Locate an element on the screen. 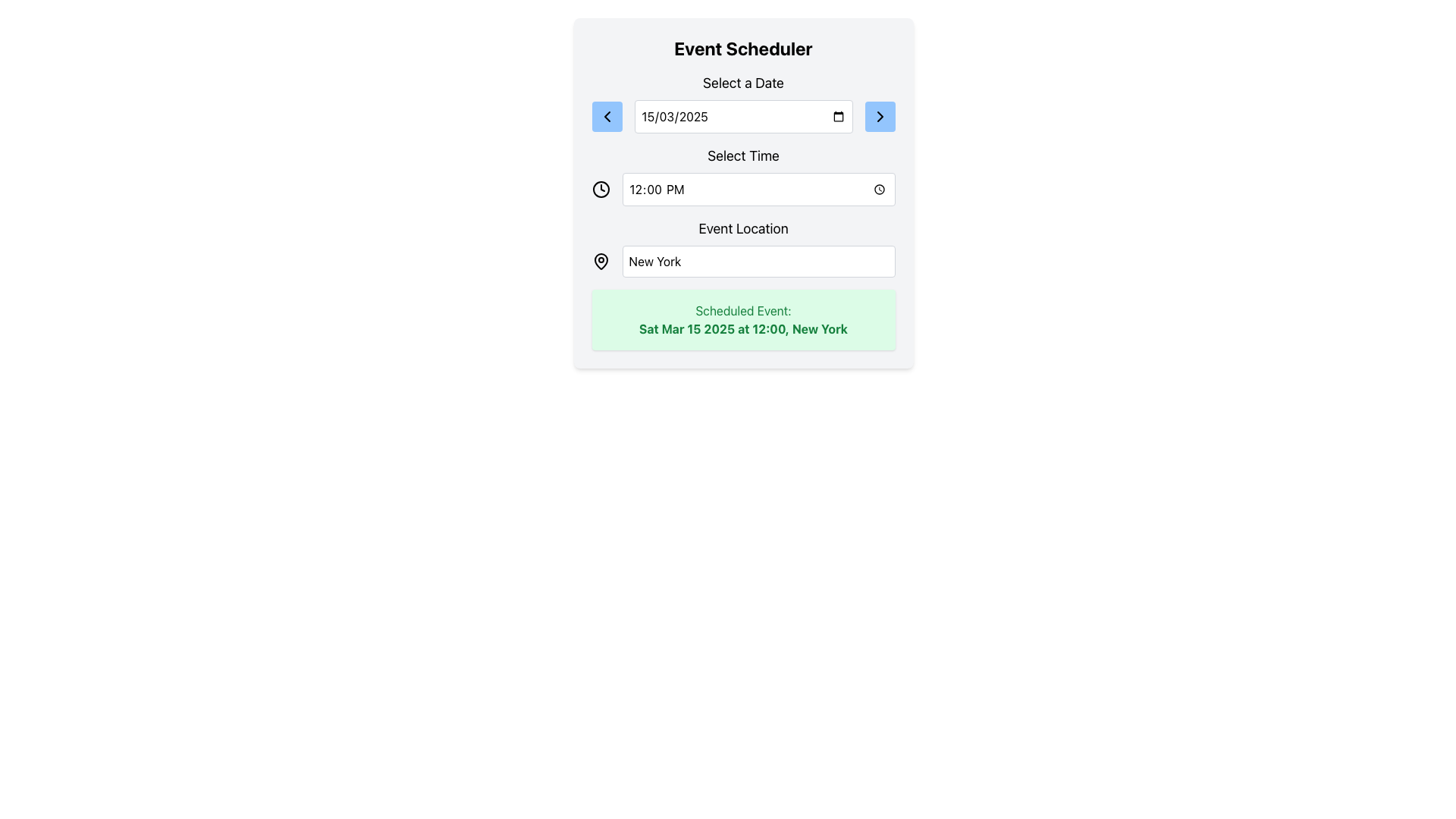  the right-facing chevron icon within the button is located at coordinates (880, 116).